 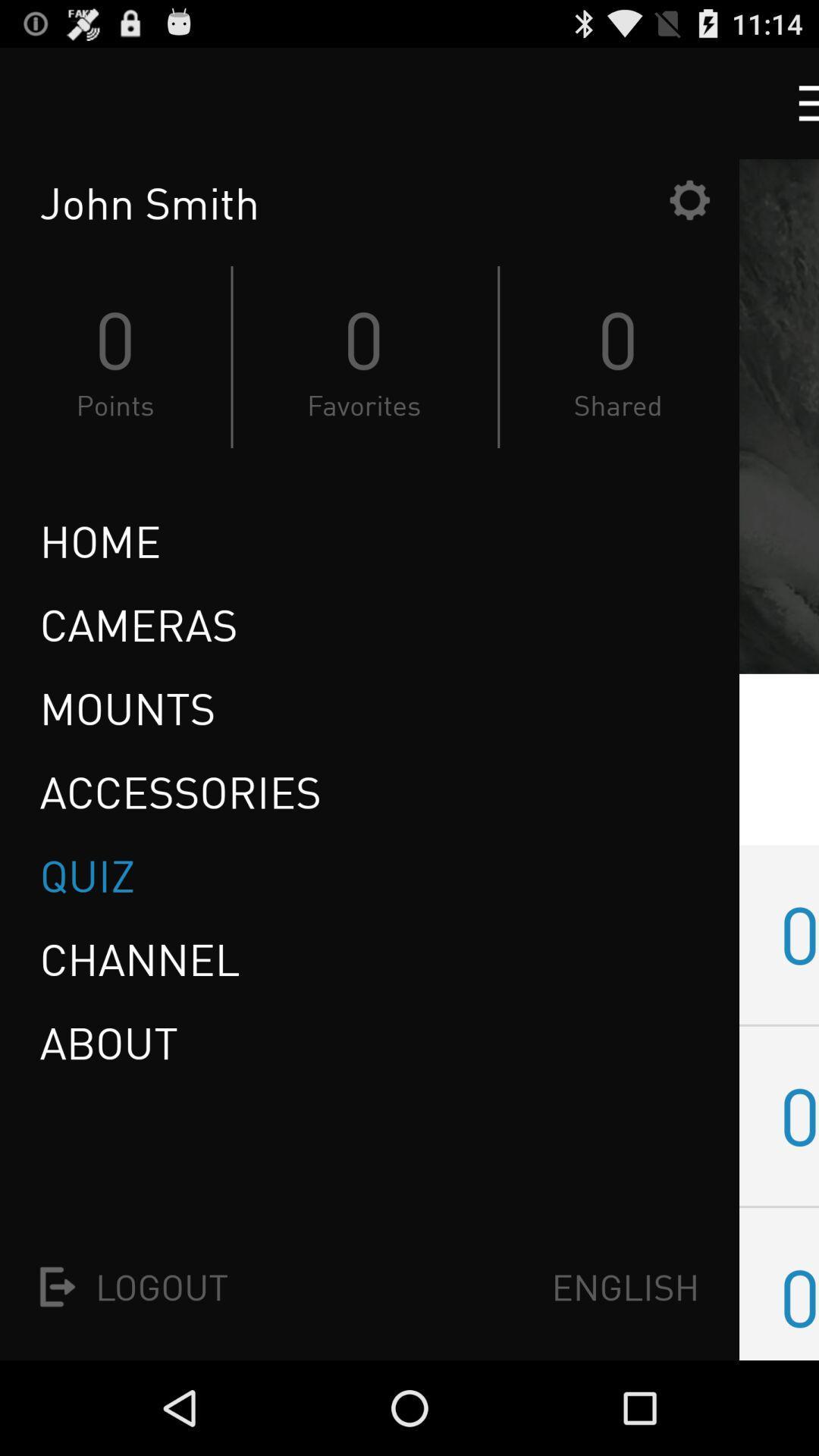 I want to click on the english icon, so click(x=626, y=1286).